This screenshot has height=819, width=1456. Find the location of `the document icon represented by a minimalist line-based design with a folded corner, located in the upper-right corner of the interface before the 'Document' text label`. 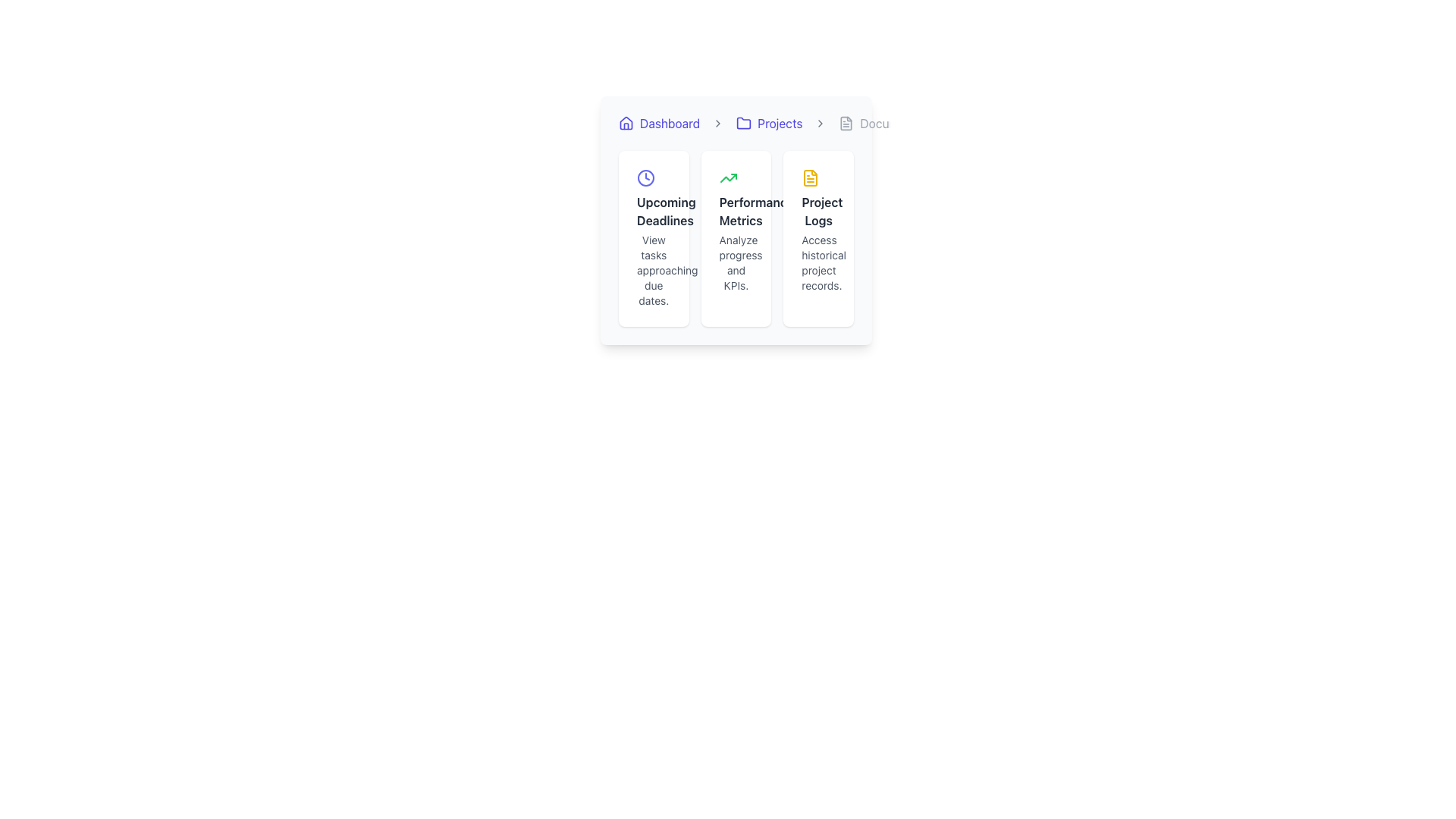

the document icon represented by a minimalist line-based design with a folded corner, located in the upper-right corner of the interface before the 'Document' text label is located at coordinates (846, 122).